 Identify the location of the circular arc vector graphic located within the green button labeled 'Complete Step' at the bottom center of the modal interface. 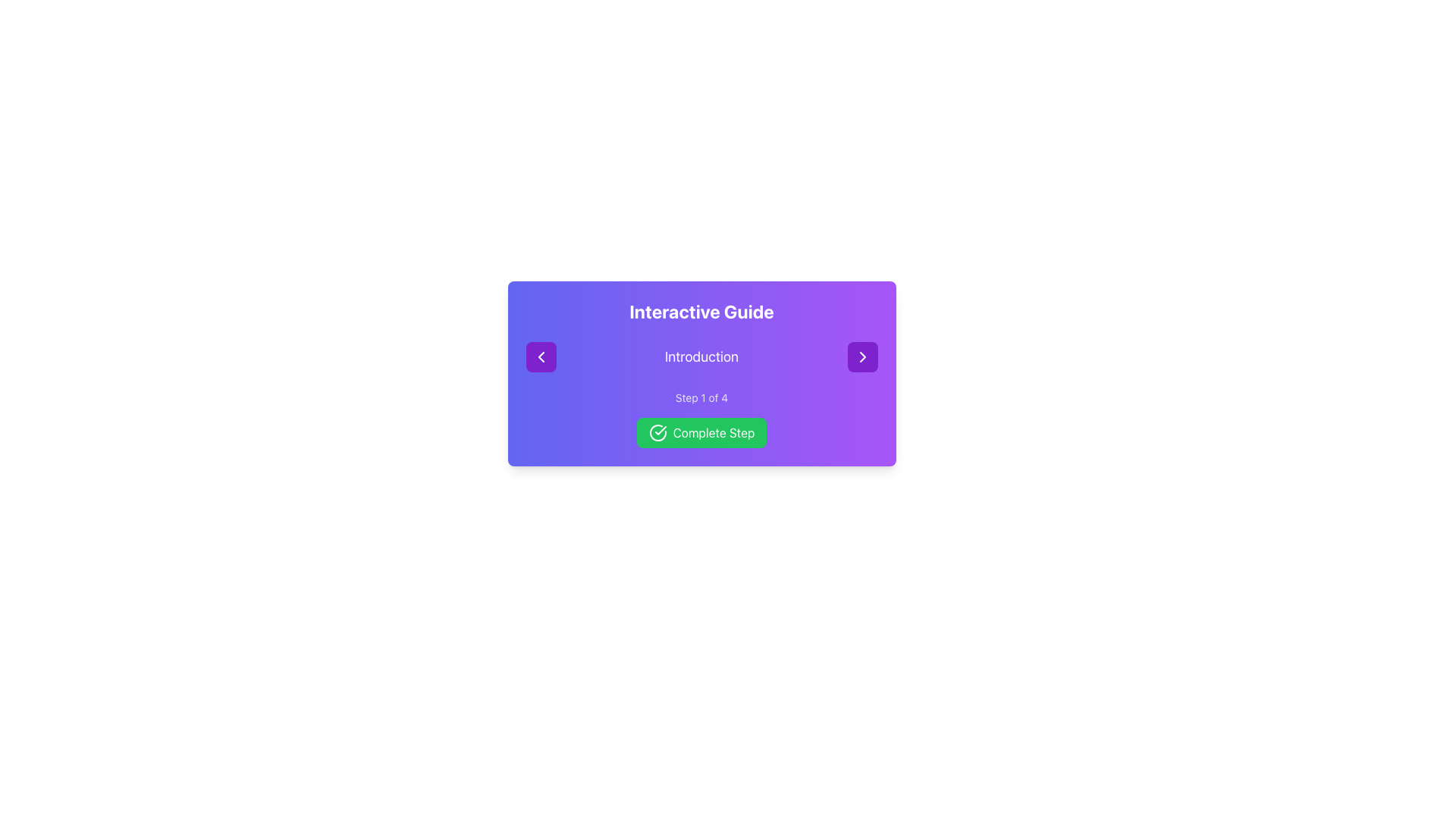
(657, 432).